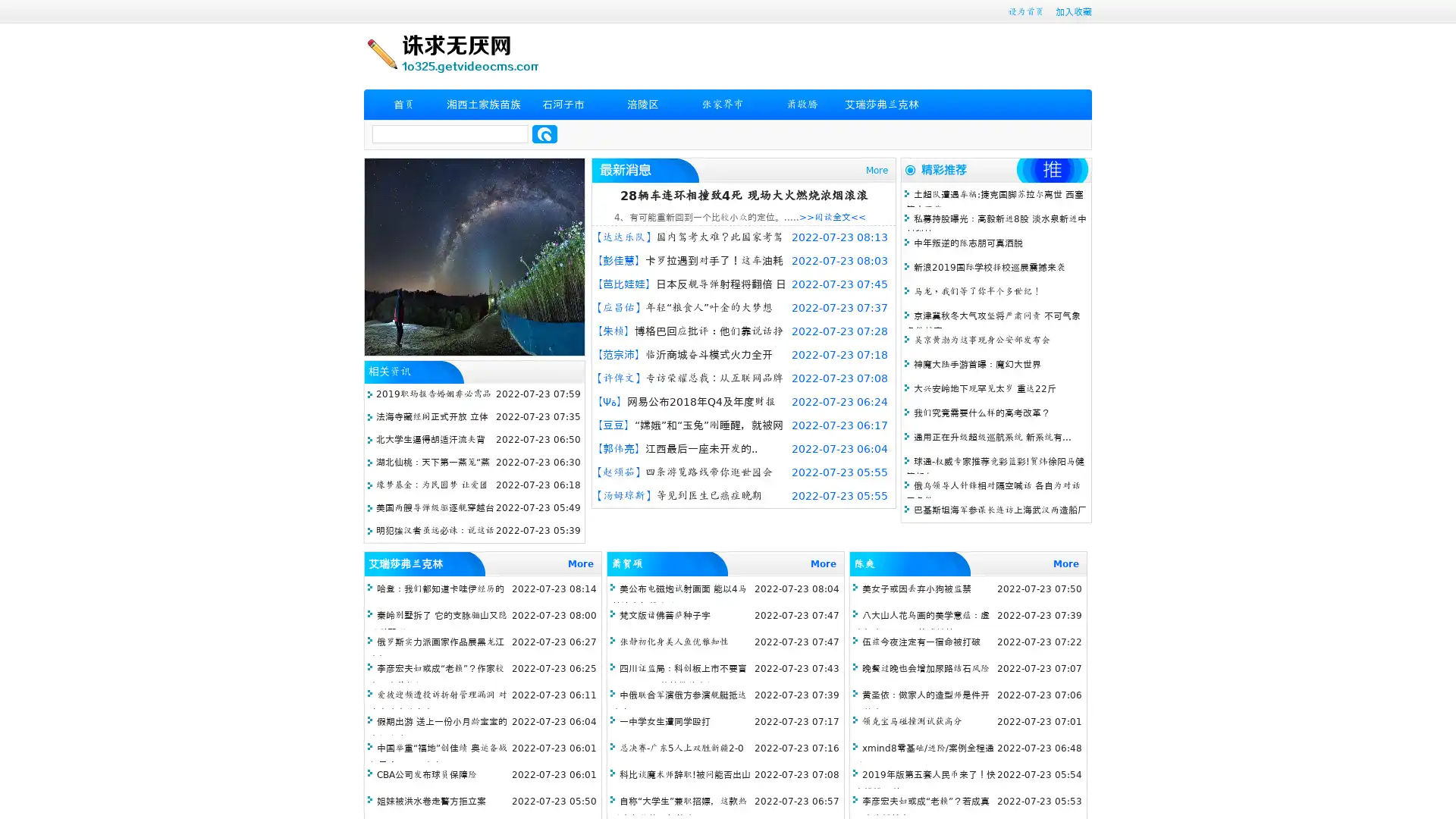  Describe the element at coordinates (544, 133) in the screenshot. I see `Search` at that location.